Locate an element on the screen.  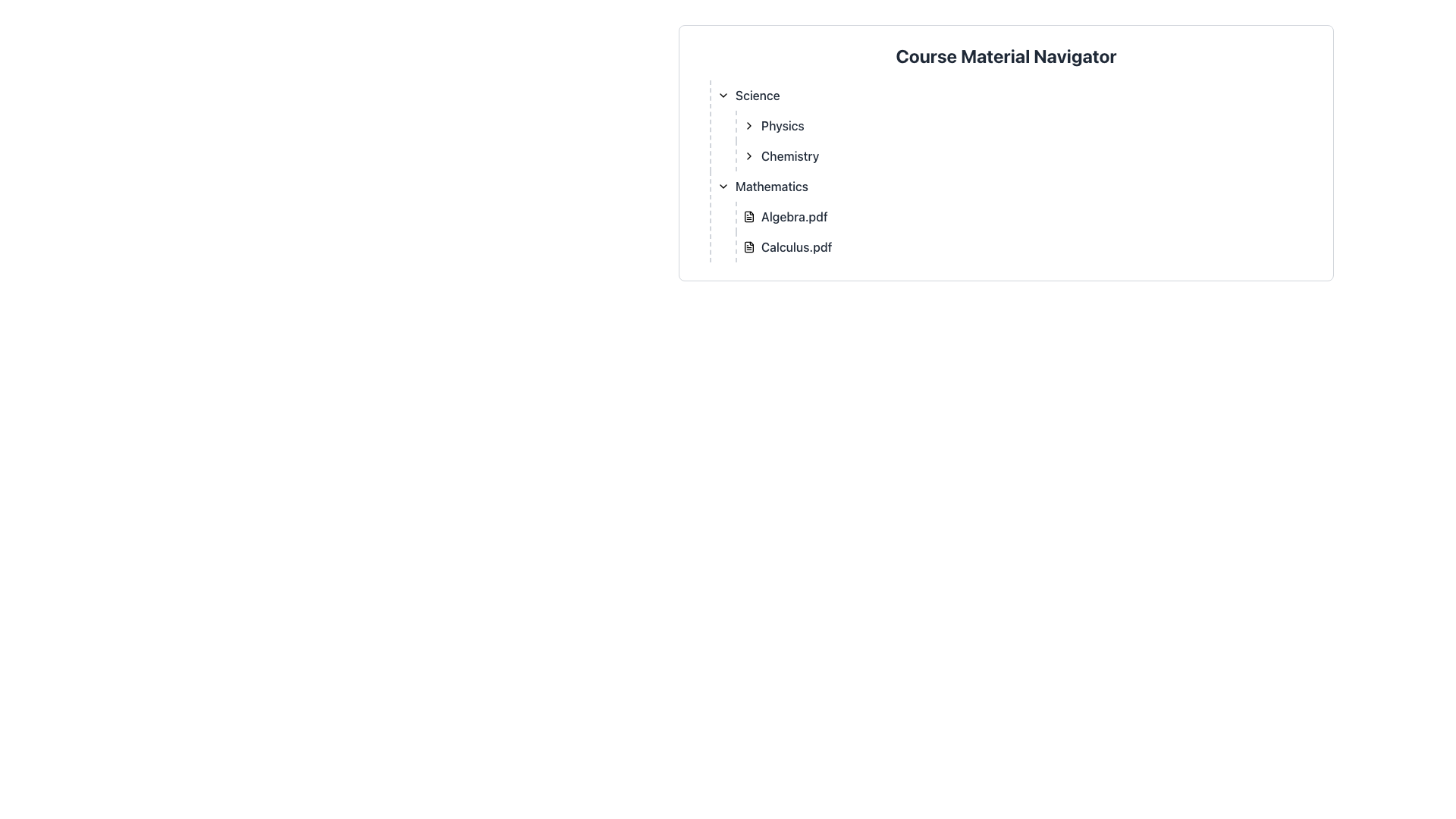
the Chevron icon located to the left of the 'Physics' text is located at coordinates (749, 124).